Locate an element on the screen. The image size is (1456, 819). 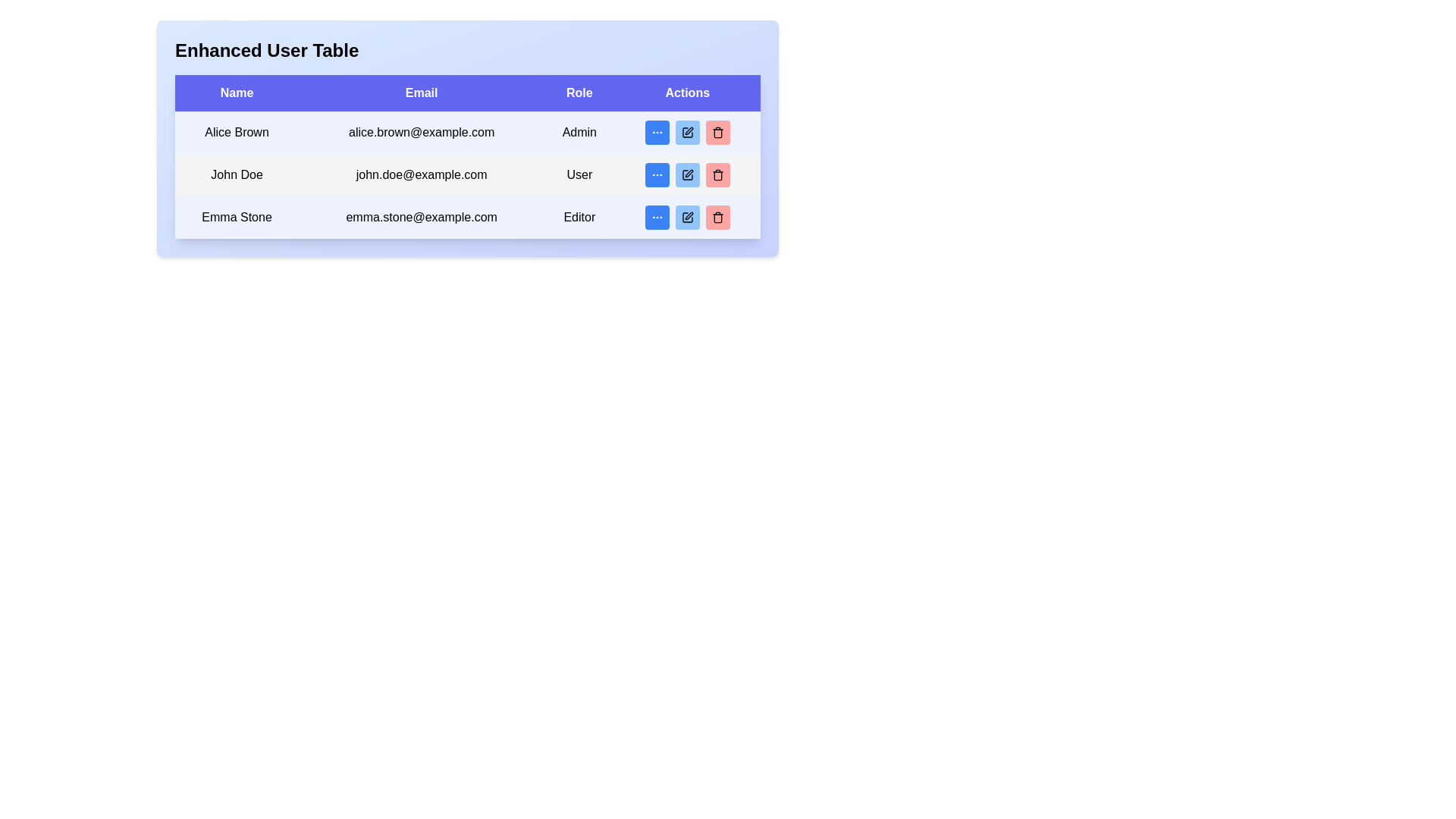
the delete button located in the 'Actions' column of the middle row in the table, which is the second button following the blue 'Edit' button is located at coordinates (717, 174).